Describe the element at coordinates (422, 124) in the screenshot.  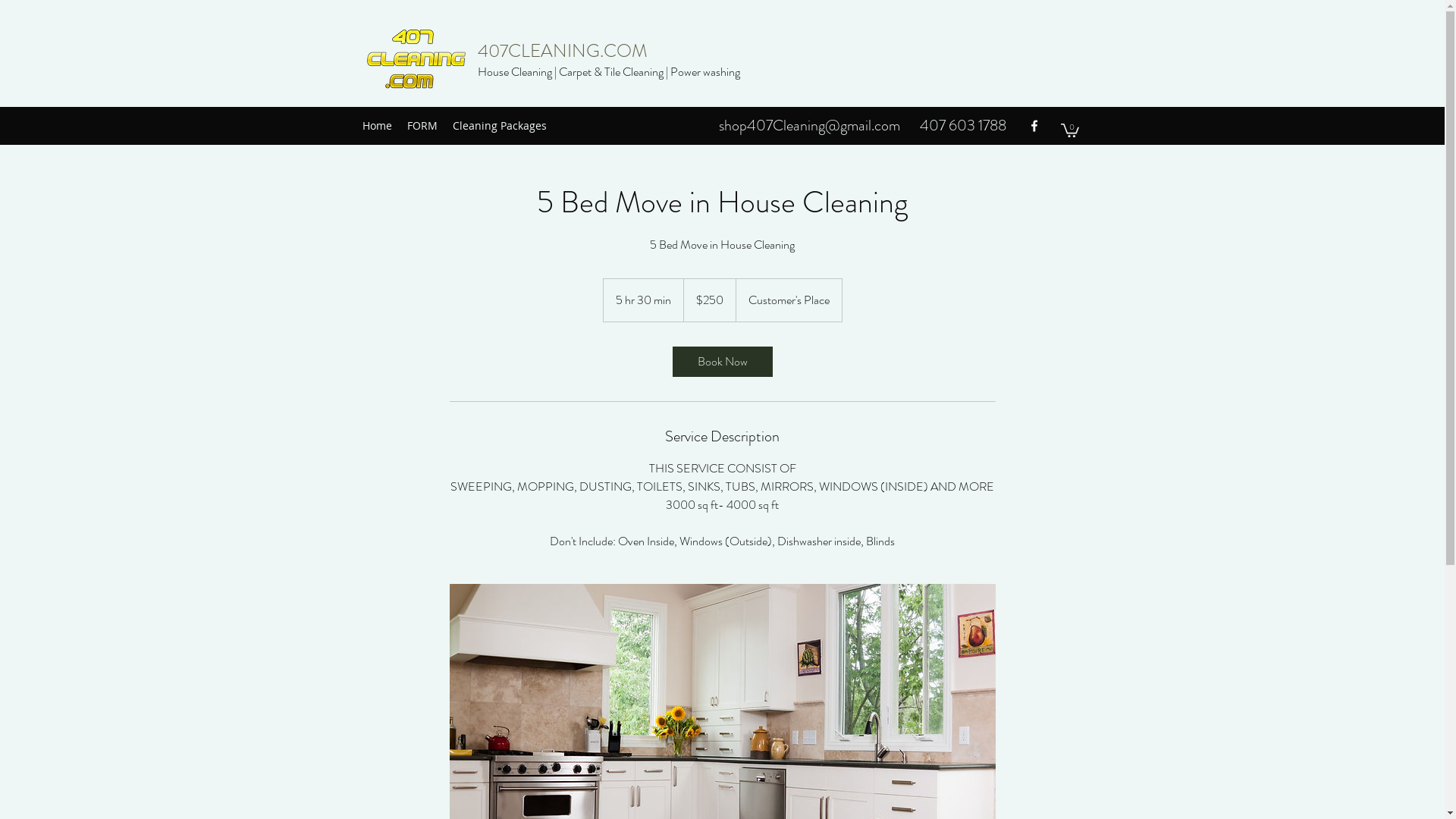
I see `'FORM'` at that location.